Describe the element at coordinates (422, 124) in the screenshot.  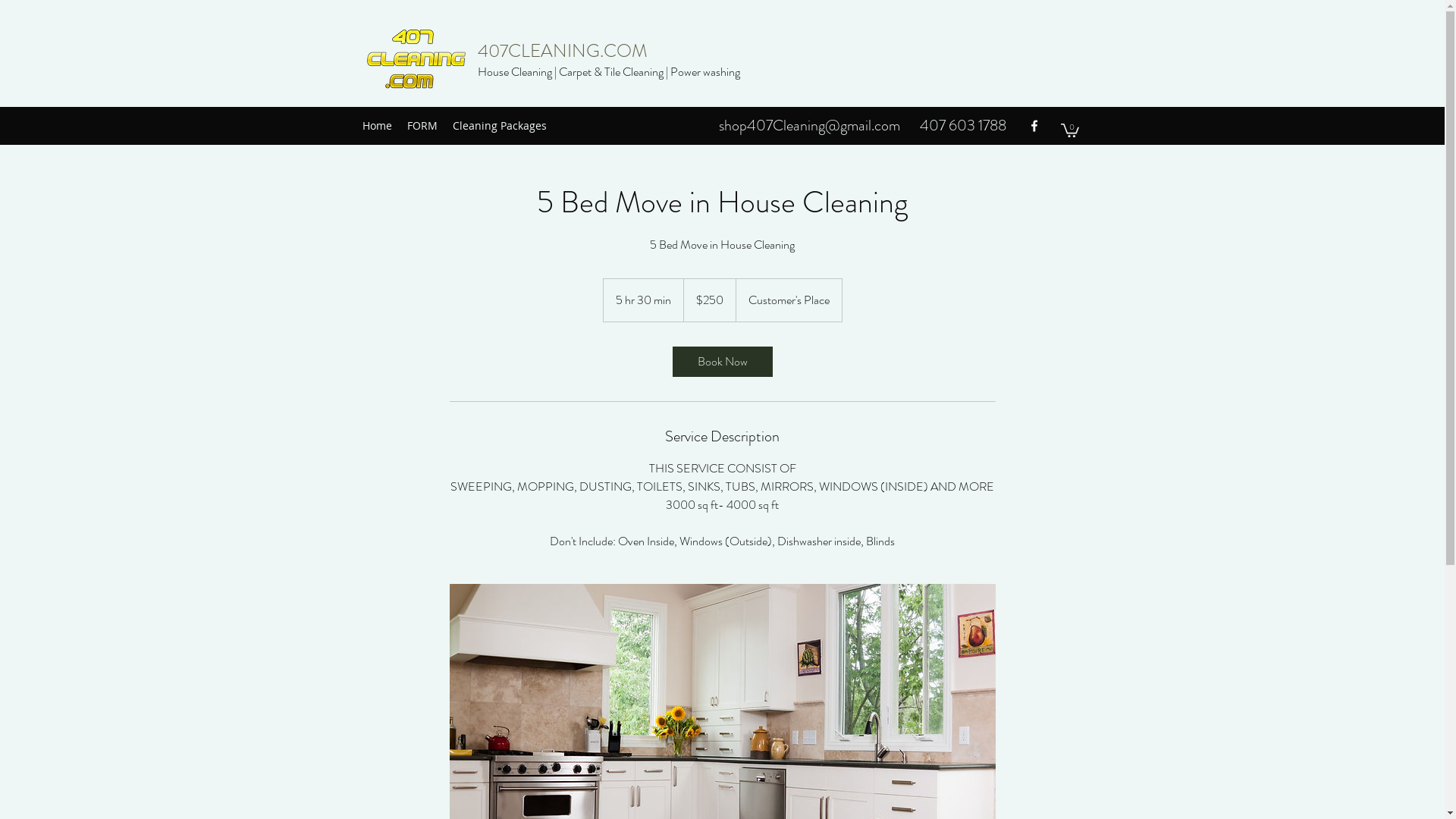
I see `'FORM'` at that location.